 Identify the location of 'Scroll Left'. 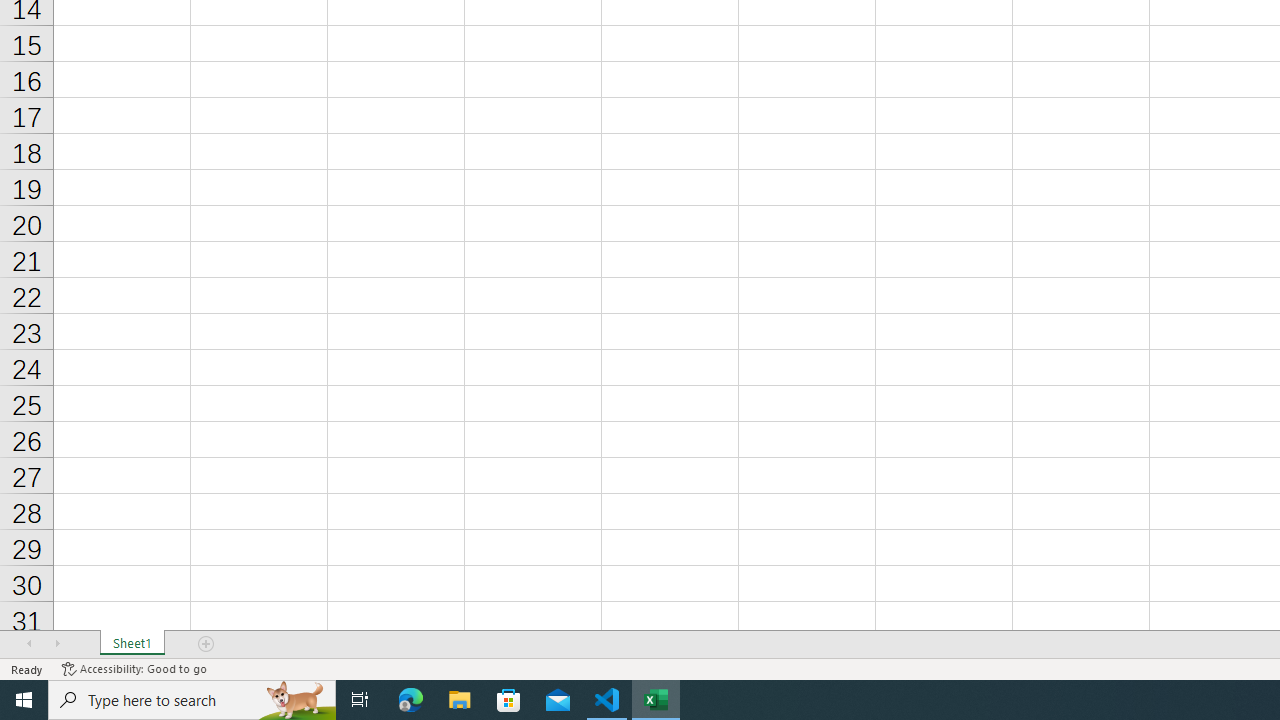
(29, 644).